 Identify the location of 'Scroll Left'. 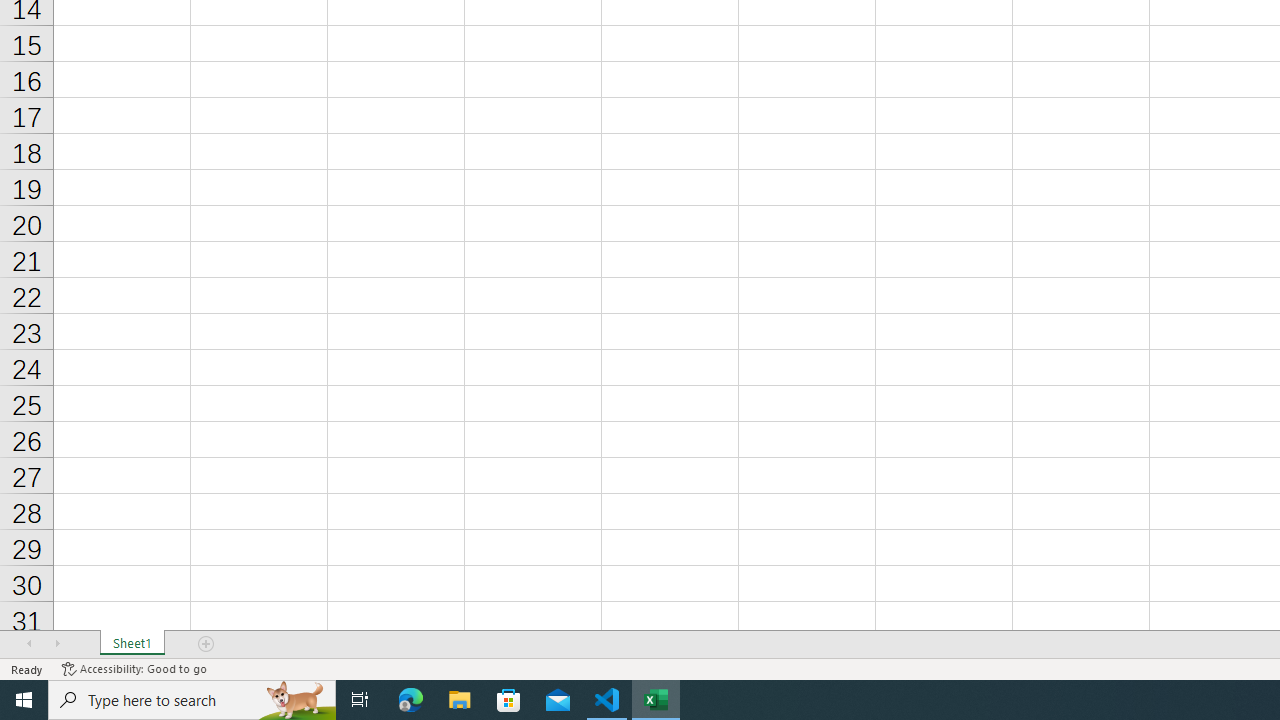
(29, 644).